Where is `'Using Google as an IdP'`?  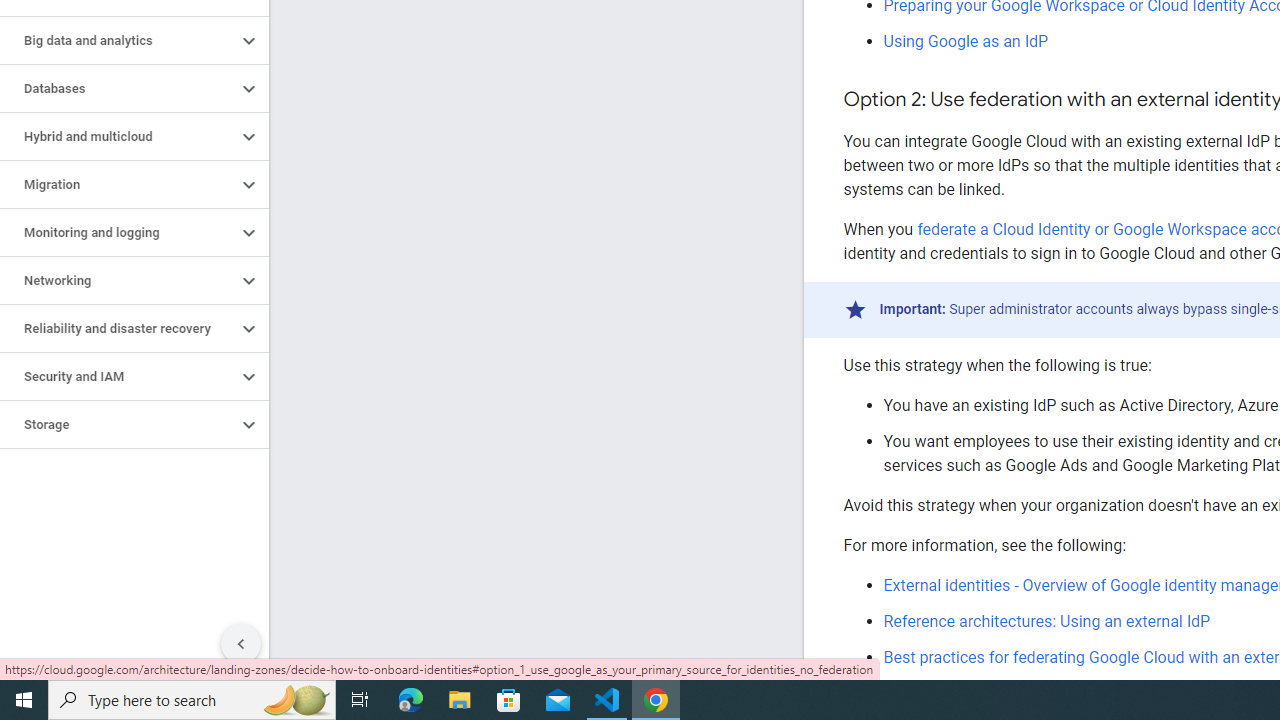 'Using Google as an IdP' is located at coordinates (966, 41).